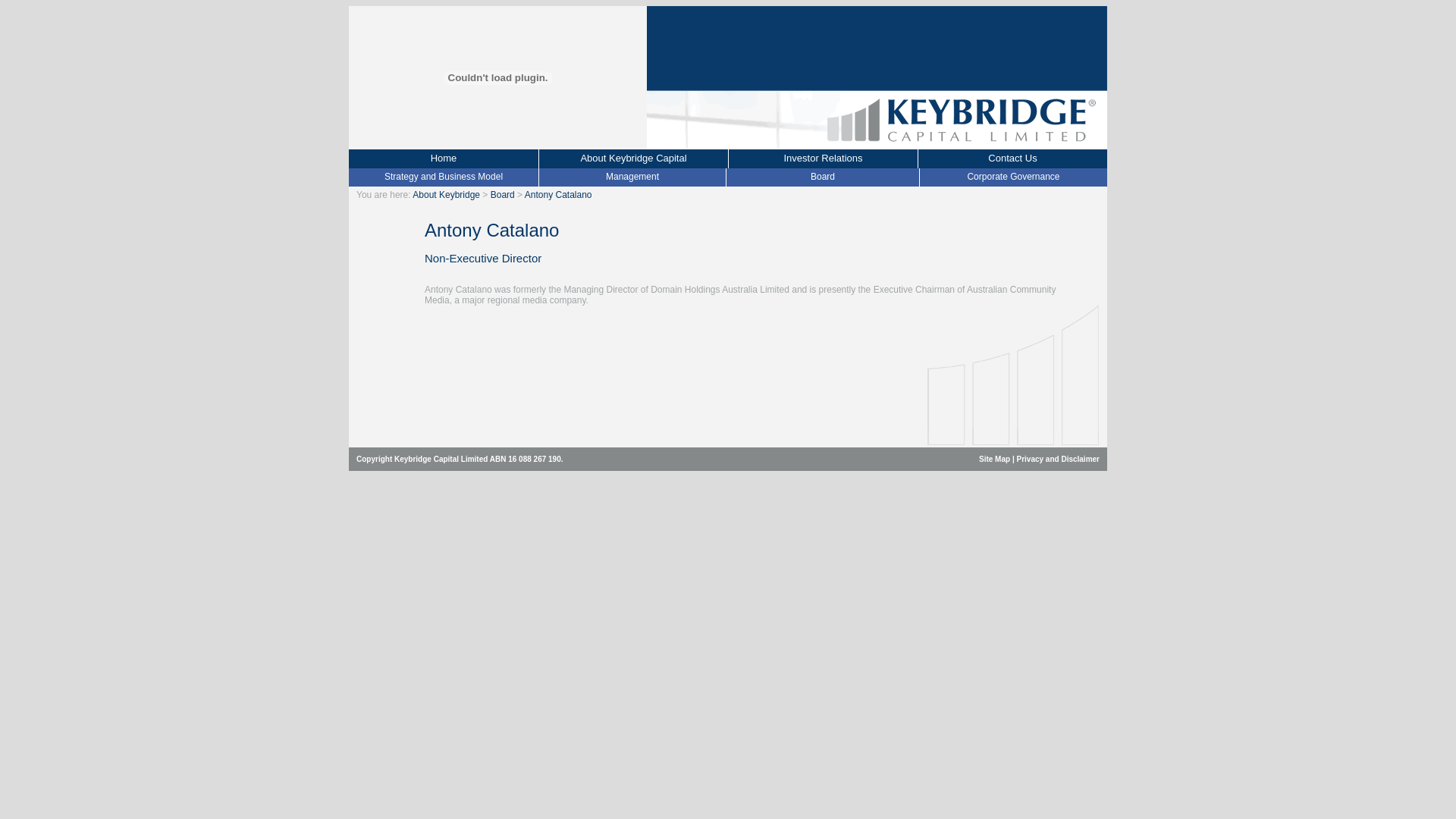 Image resolution: width=1456 pixels, height=819 pixels. Describe the element at coordinates (994, 458) in the screenshot. I see `'Site Map'` at that location.